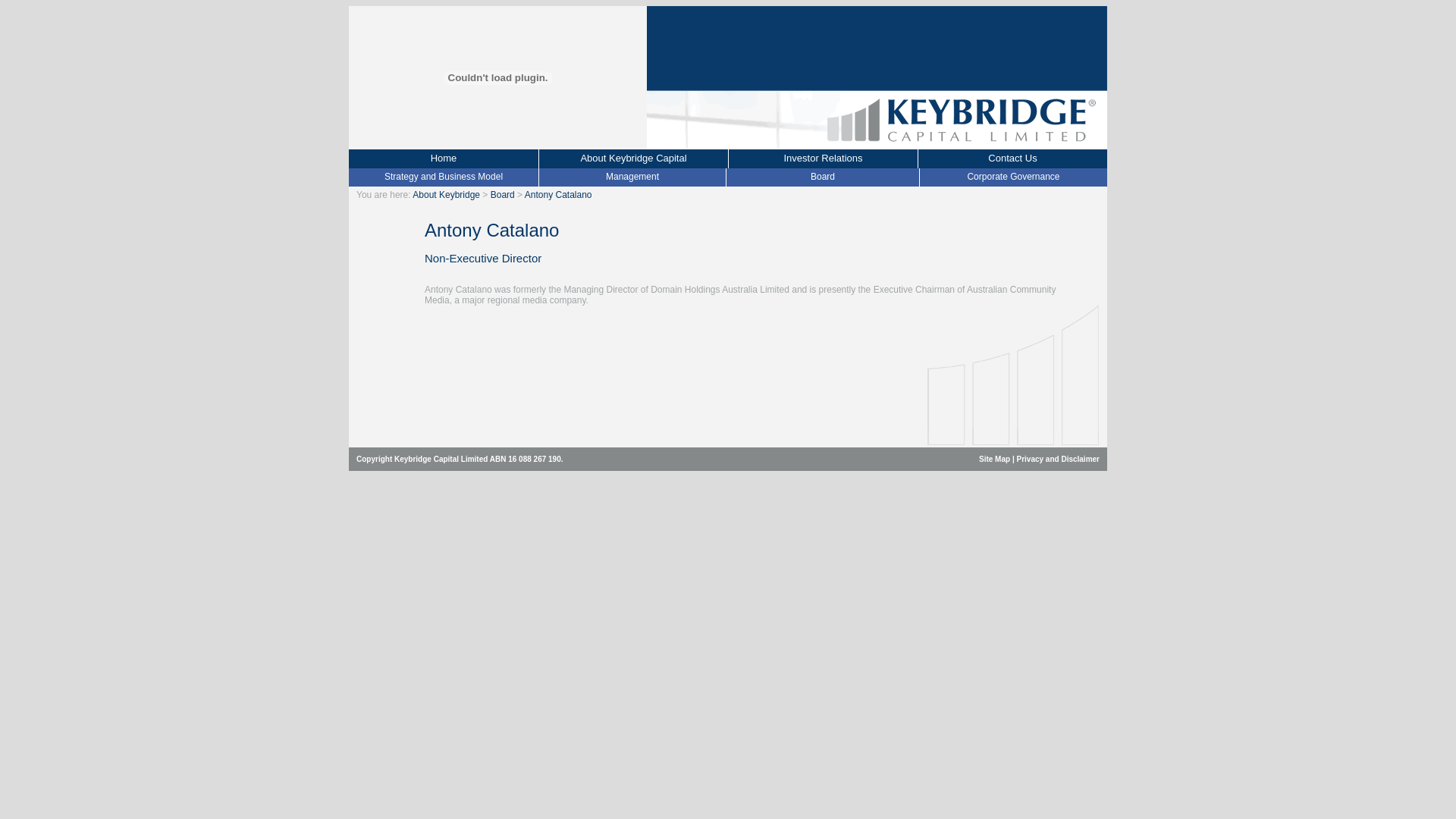 Image resolution: width=1456 pixels, height=819 pixels. Describe the element at coordinates (994, 458) in the screenshot. I see `'Site Map'` at that location.